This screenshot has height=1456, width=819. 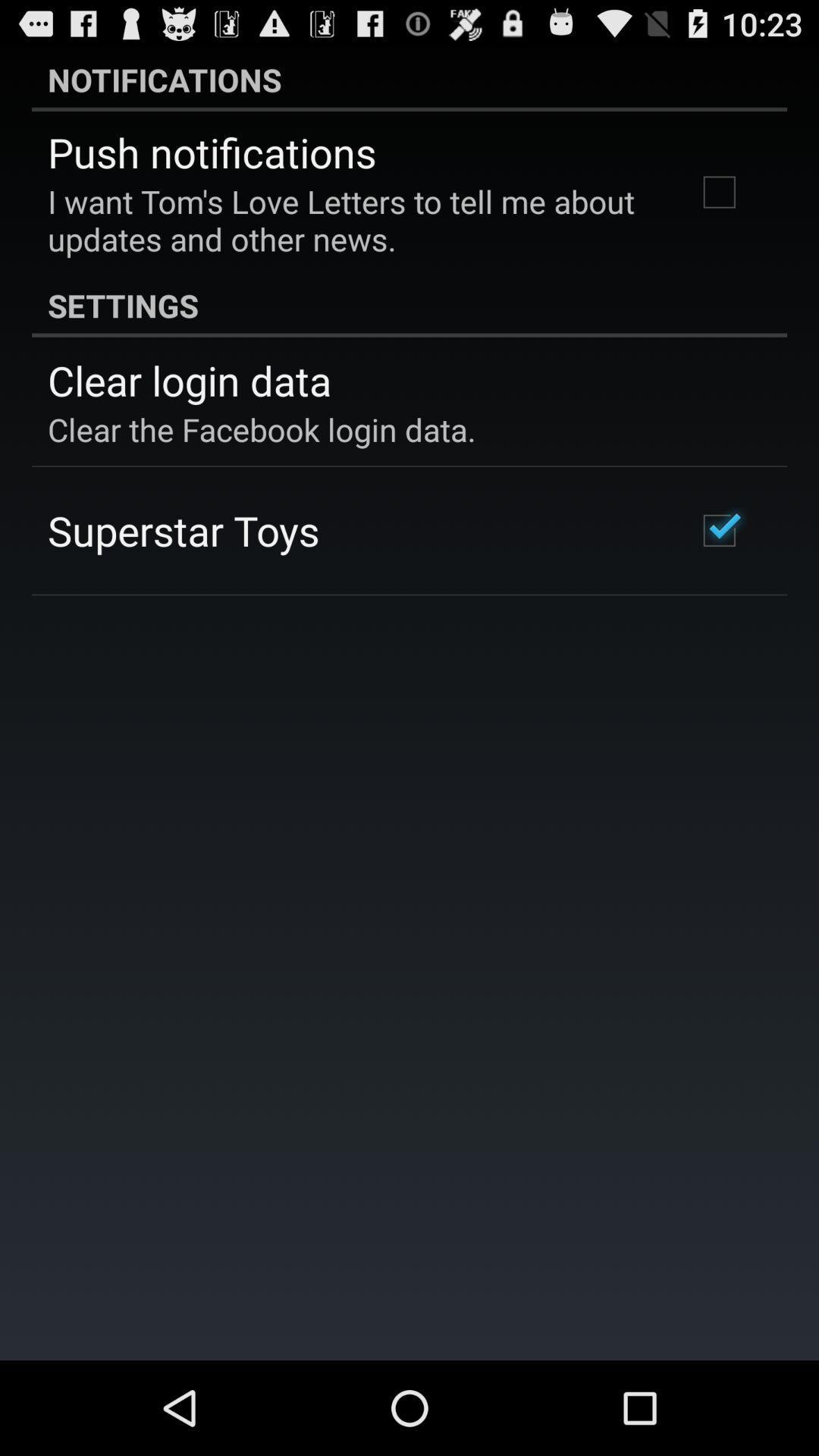 I want to click on the settings app, so click(x=409, y=304).